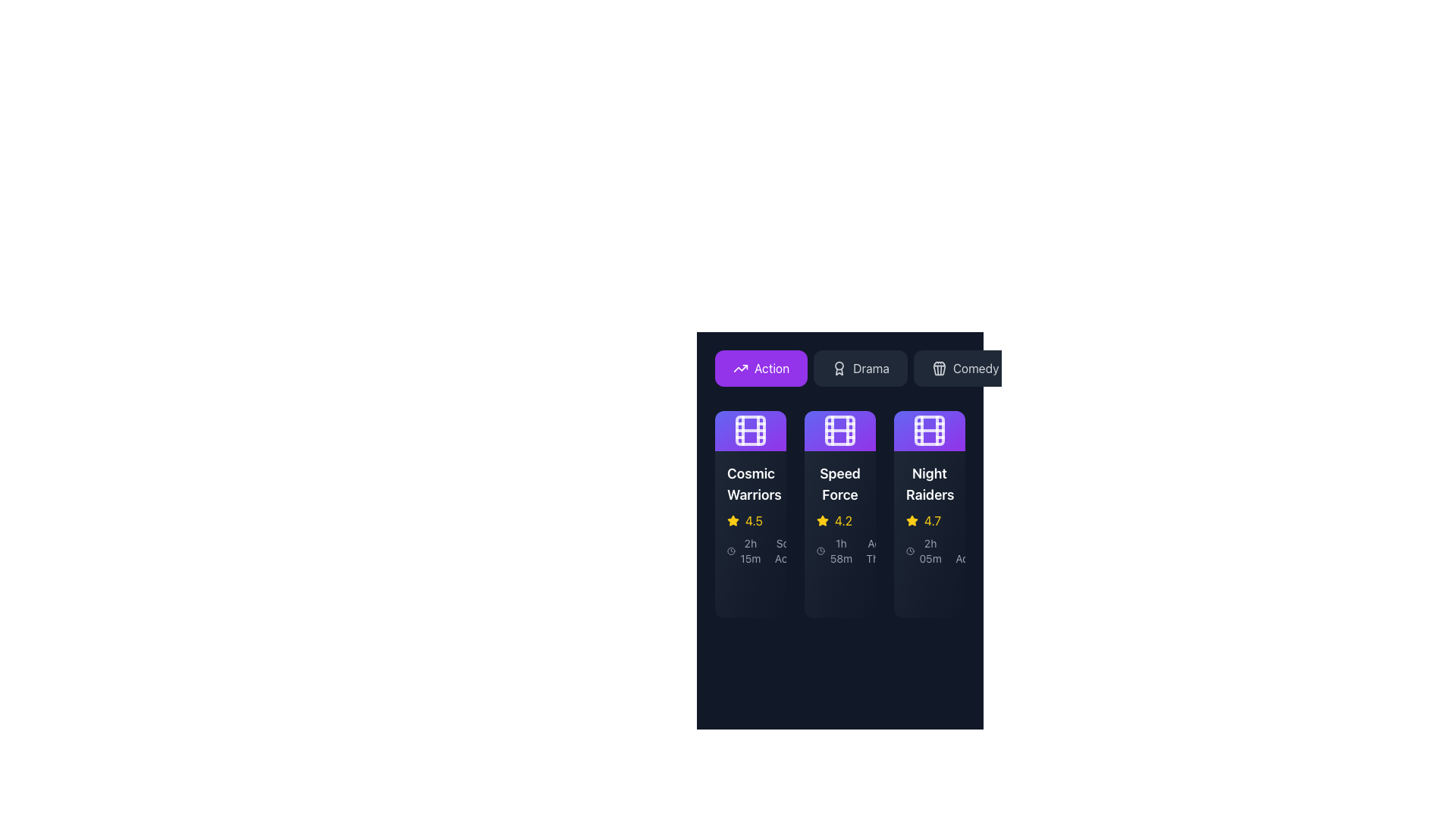  What do you see at coordinates (910, 551) in the screenshot?
I see `the SVG Clock Icon which visually represents the concept of time, located to the left of the time duration text '2h 05m' within the 'Night Raiders' card` at bounding box center [910, 551].